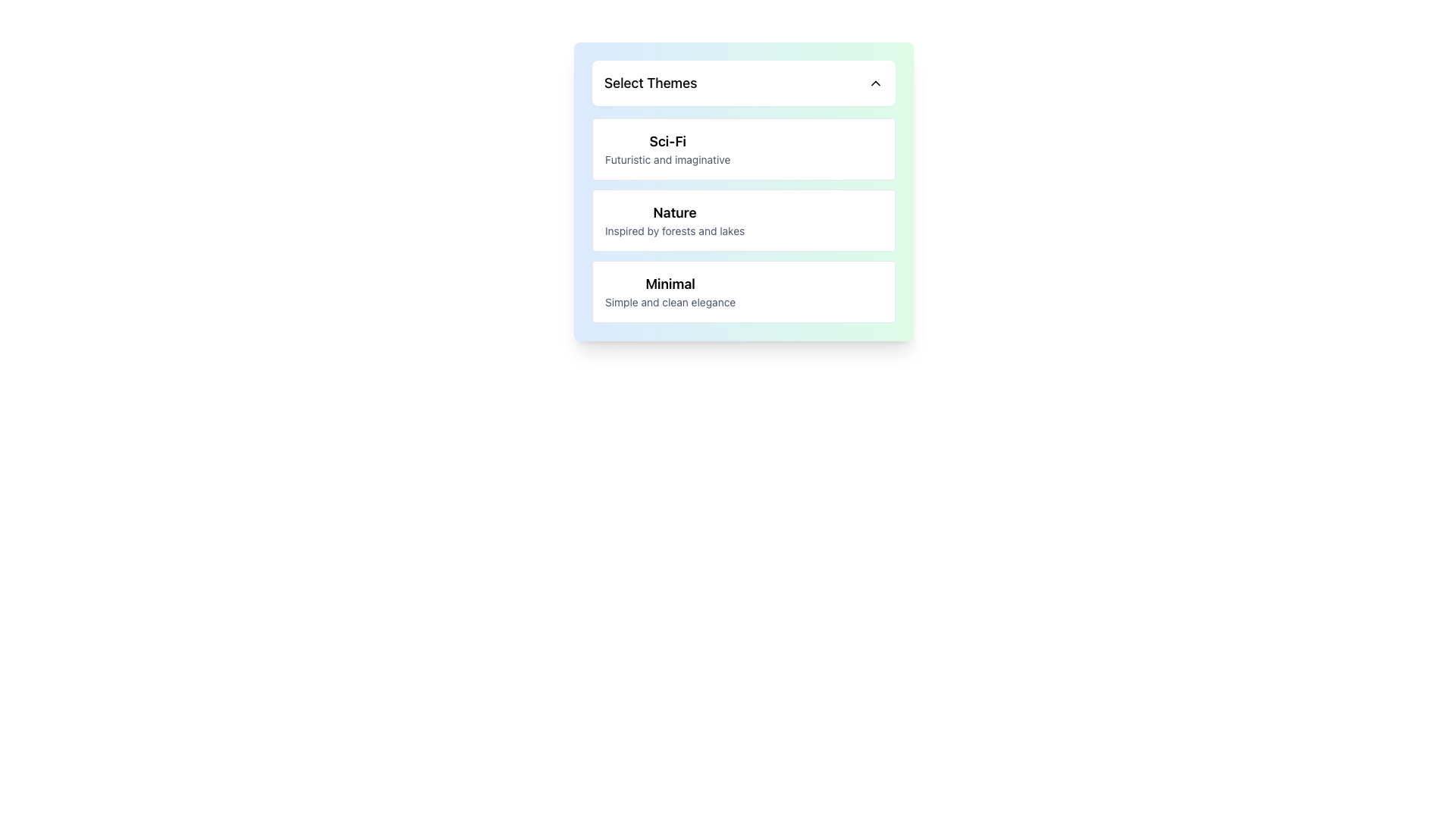  I want to click on the Textual Display Block that serves as a descriptive title and subtitle for the second theme card, which is centrally located in the vertical stack of themes, so click(674, 220).